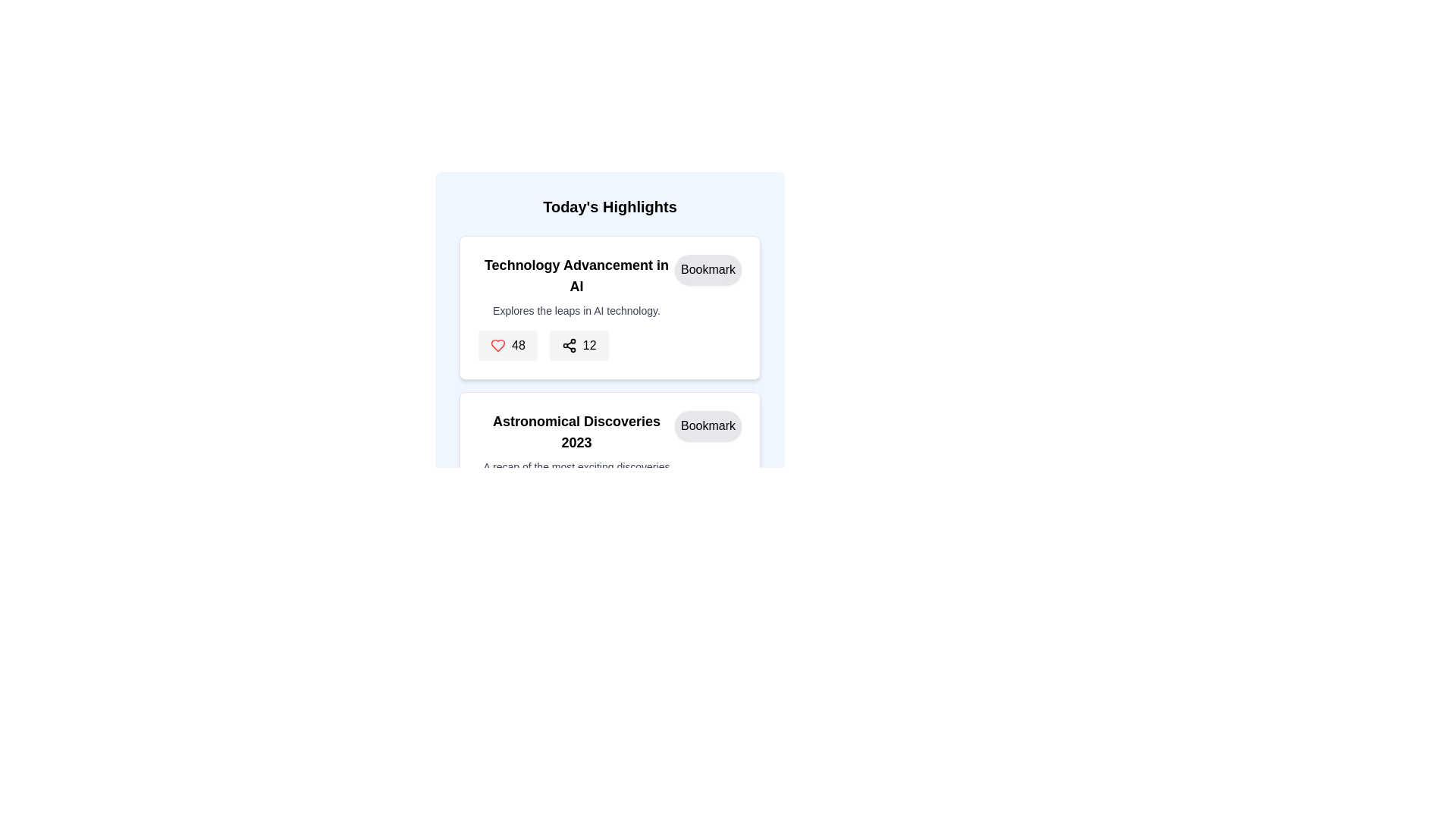  I want to click on the Interactive button featuring a red heart icon and the text '48' to increase or decrease the count, so click(507, 345).